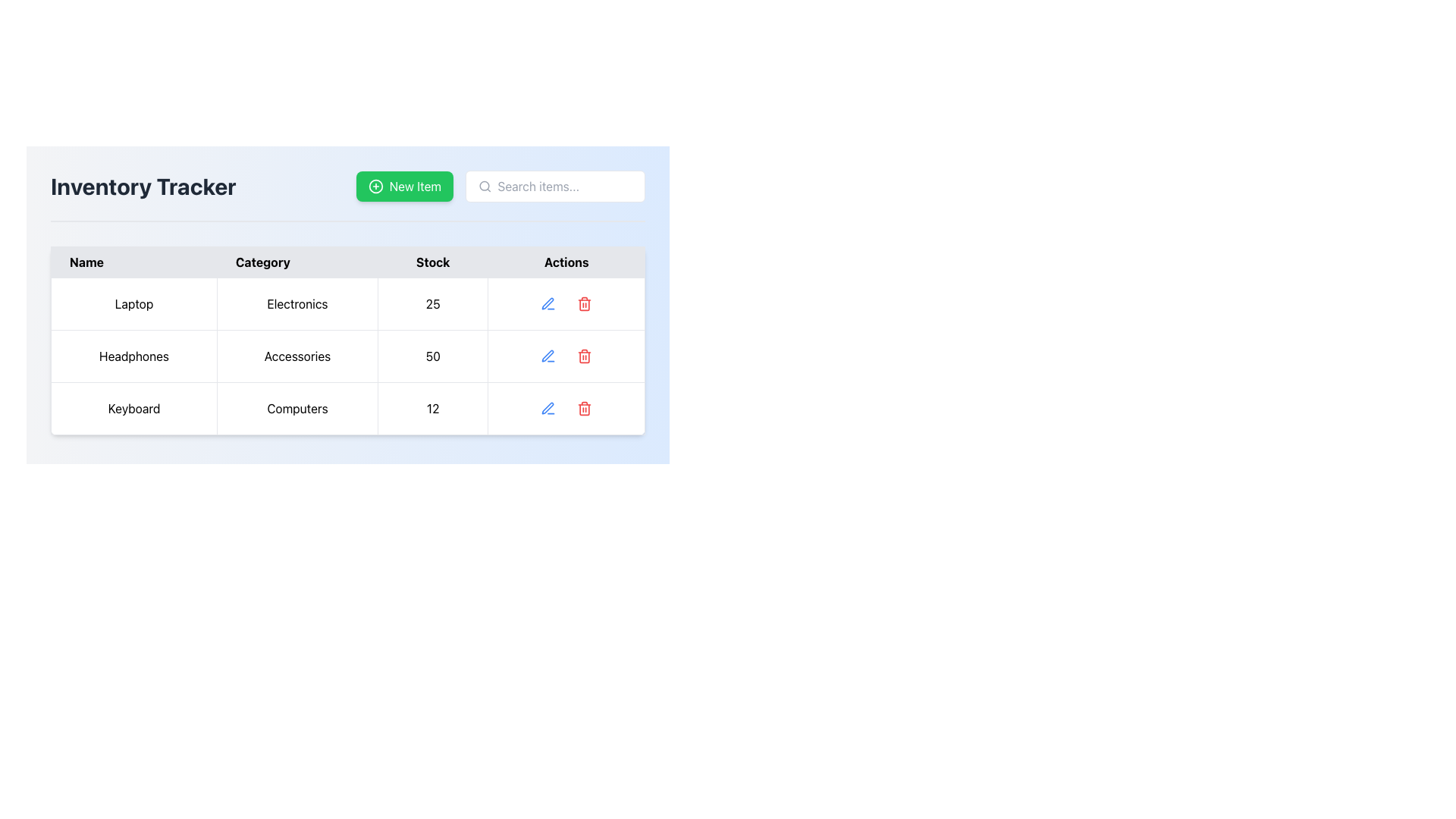  What do you see at coordinates (584, 304) in the screenshot?
I see `the delete icon located in the 'Actions' column of the first row in the table` at bounding box center [584, 304].